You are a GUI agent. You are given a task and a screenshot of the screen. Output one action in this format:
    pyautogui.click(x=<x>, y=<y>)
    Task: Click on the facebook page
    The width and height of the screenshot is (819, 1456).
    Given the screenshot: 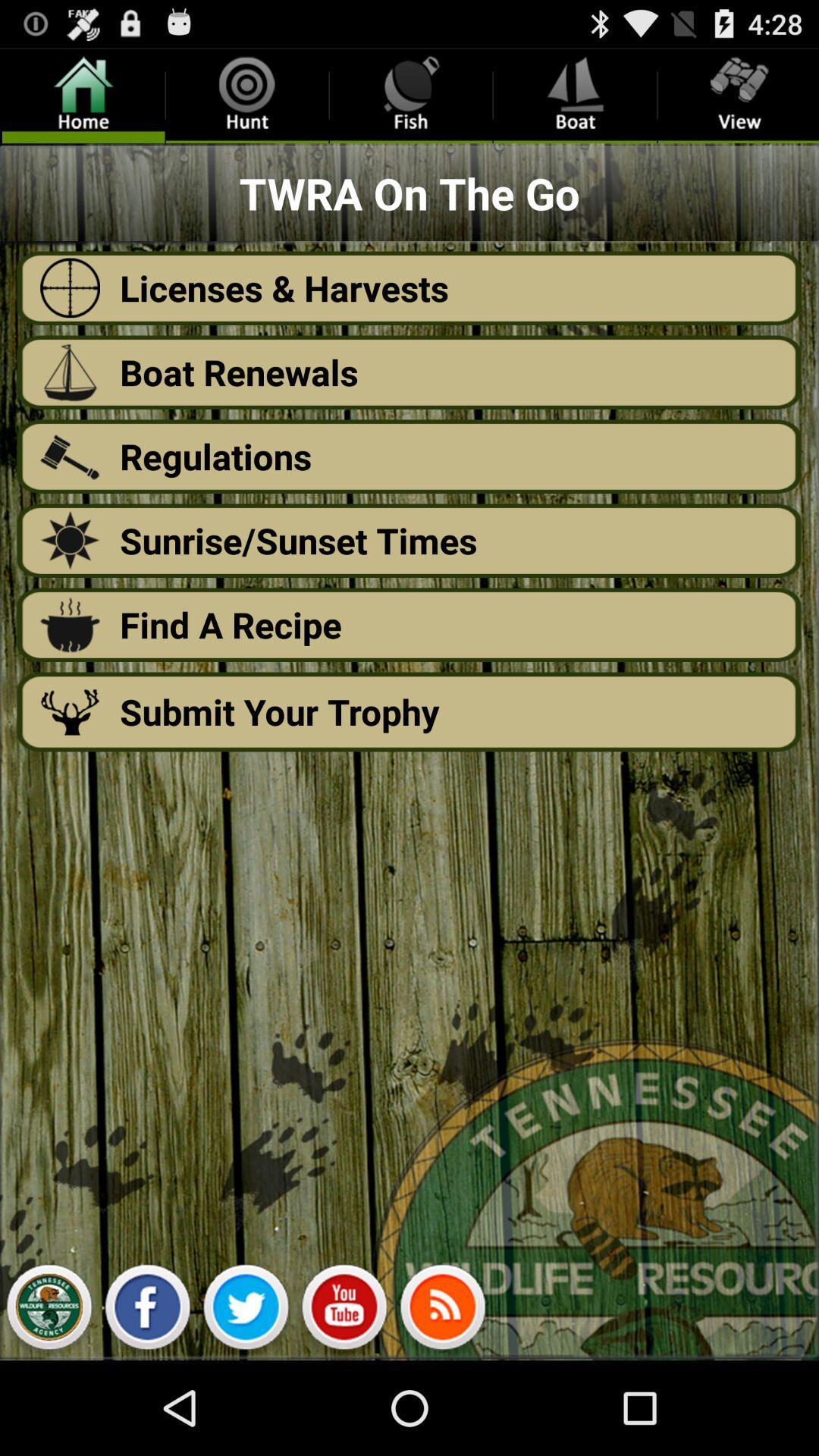 What is the action you would take?
    pyautogui.click(x=147, y=1310)
    